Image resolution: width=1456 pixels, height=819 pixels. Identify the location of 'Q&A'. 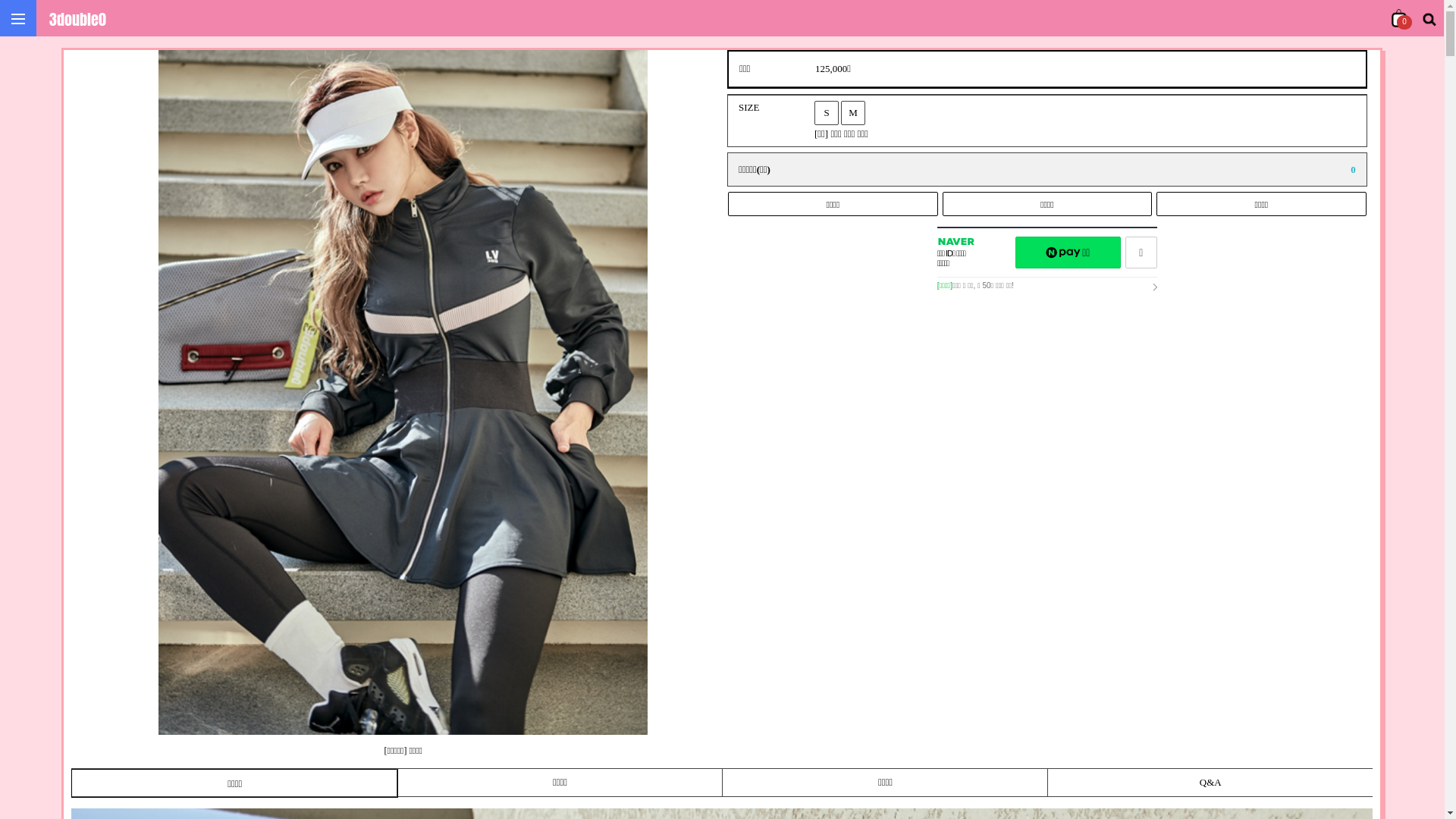
(1210, 783).